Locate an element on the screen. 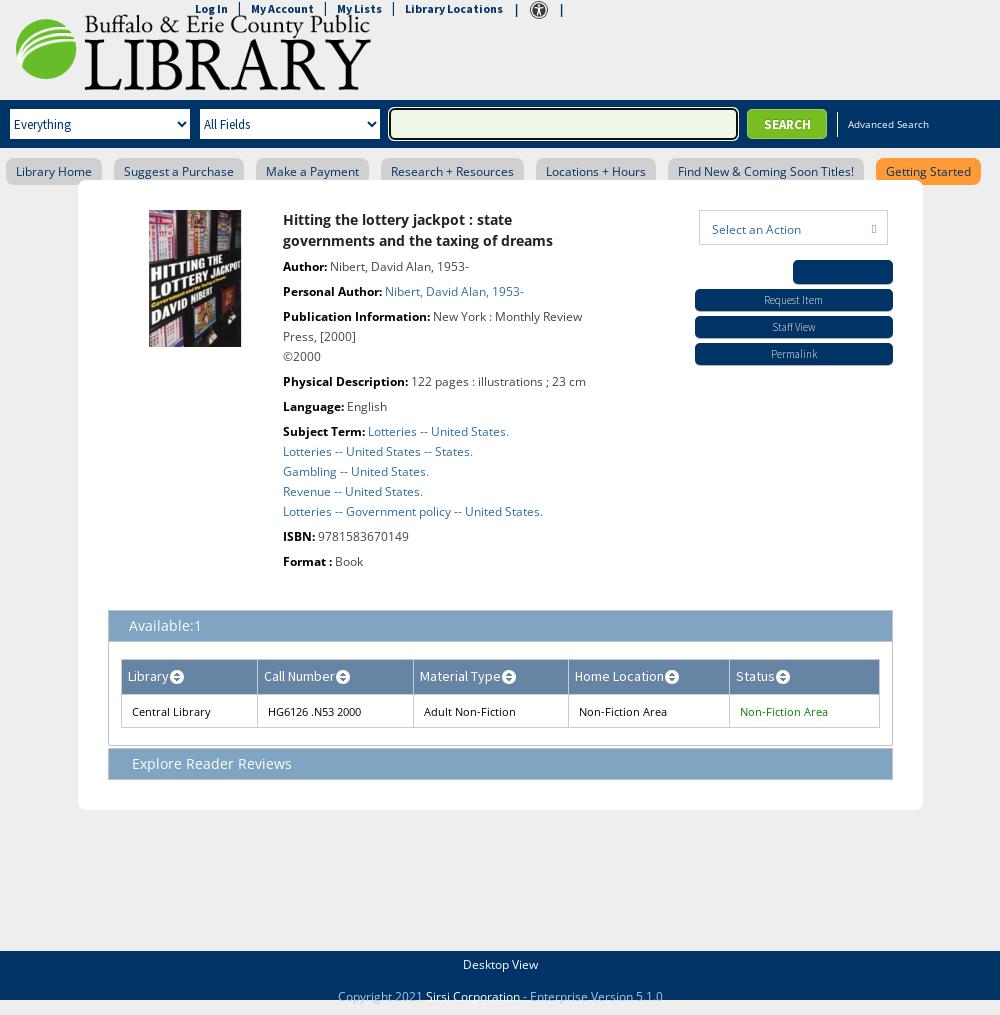 Image resolution: width=1000 pixels, height=1015 pixels. 'Subject Term:' is located at coordinates (282, 431).